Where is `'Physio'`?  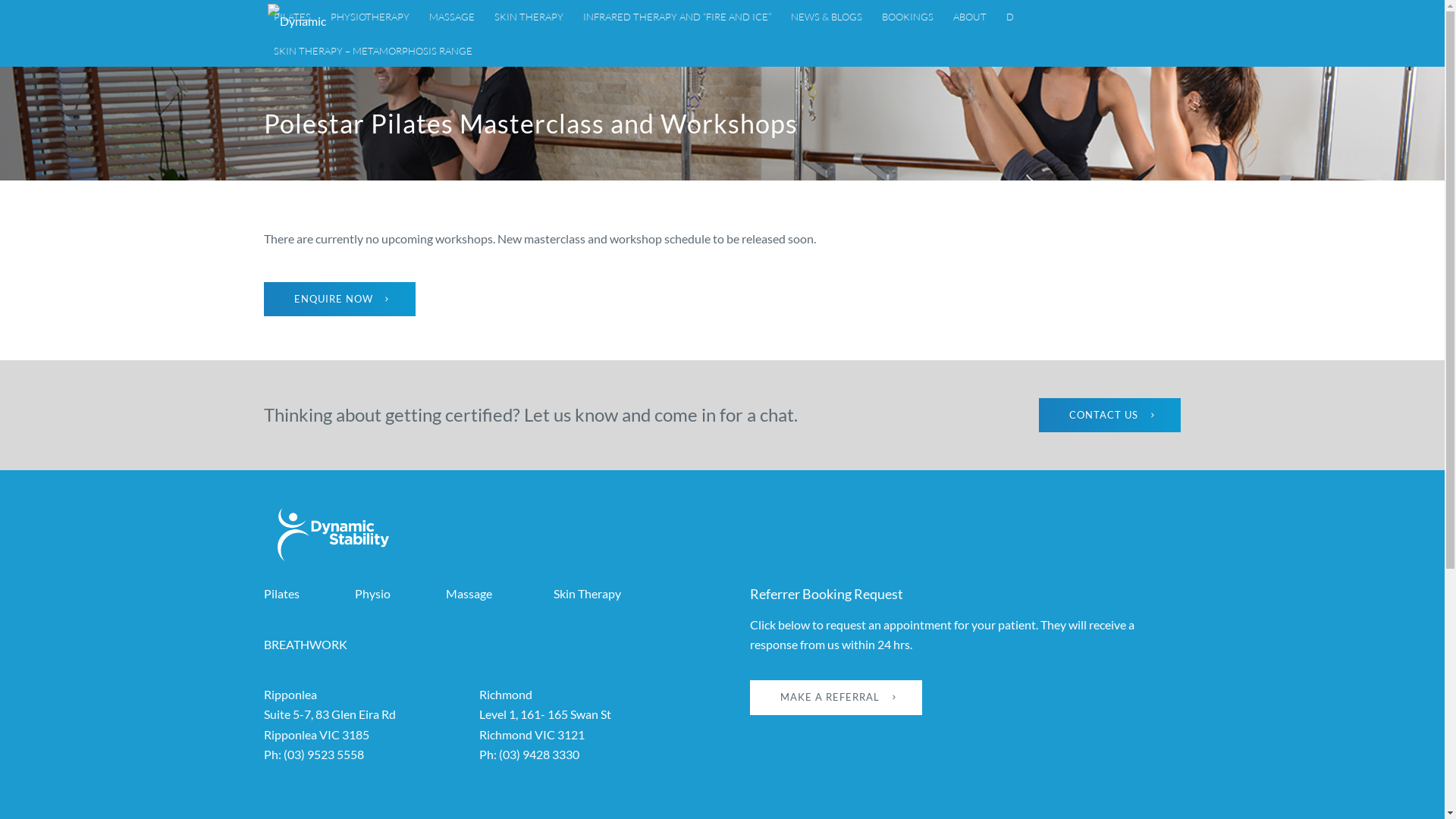
'Physio' is located at coordinates (372, 592).